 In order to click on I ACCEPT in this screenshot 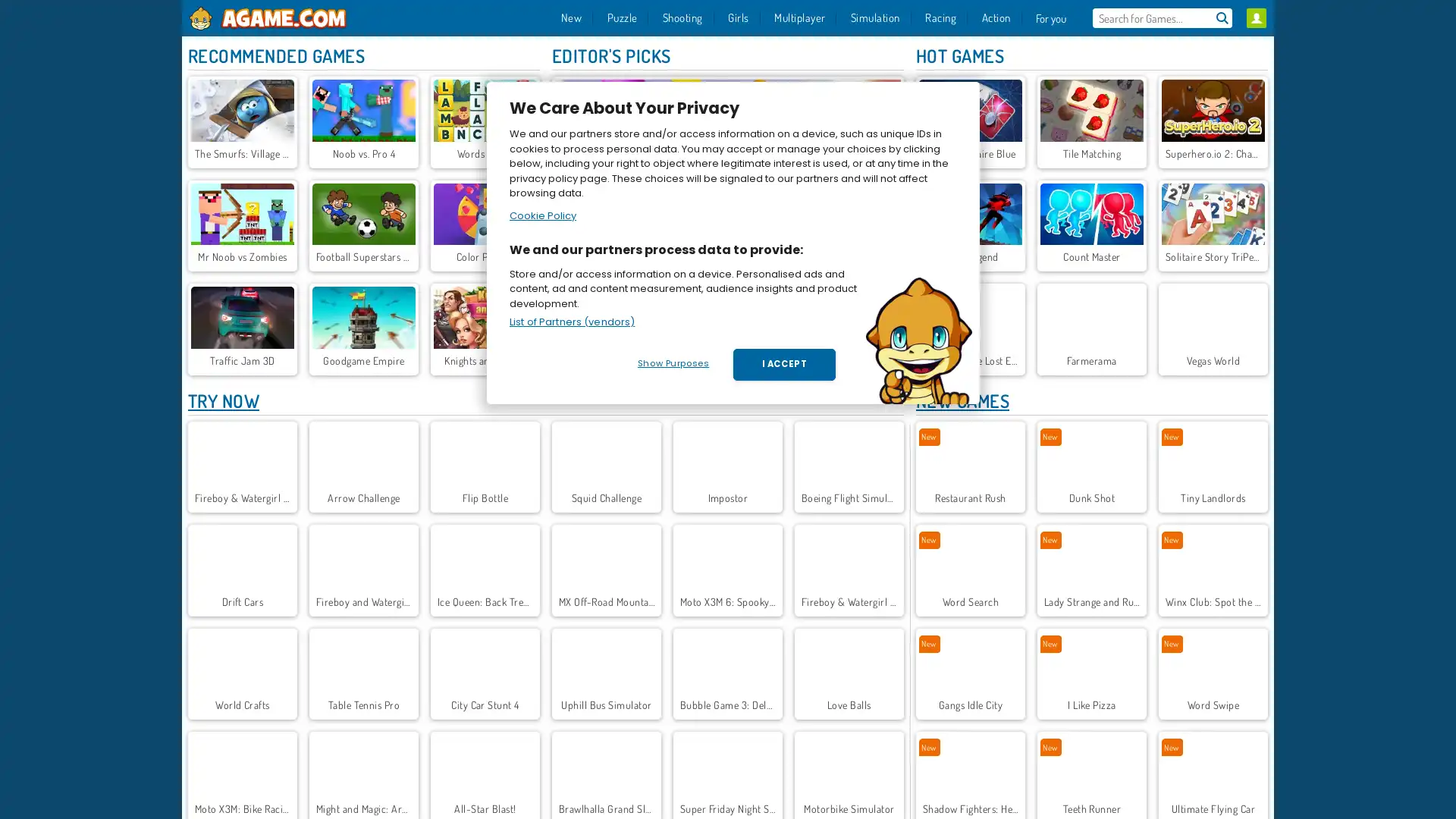, I will do `click(784, 365)`.